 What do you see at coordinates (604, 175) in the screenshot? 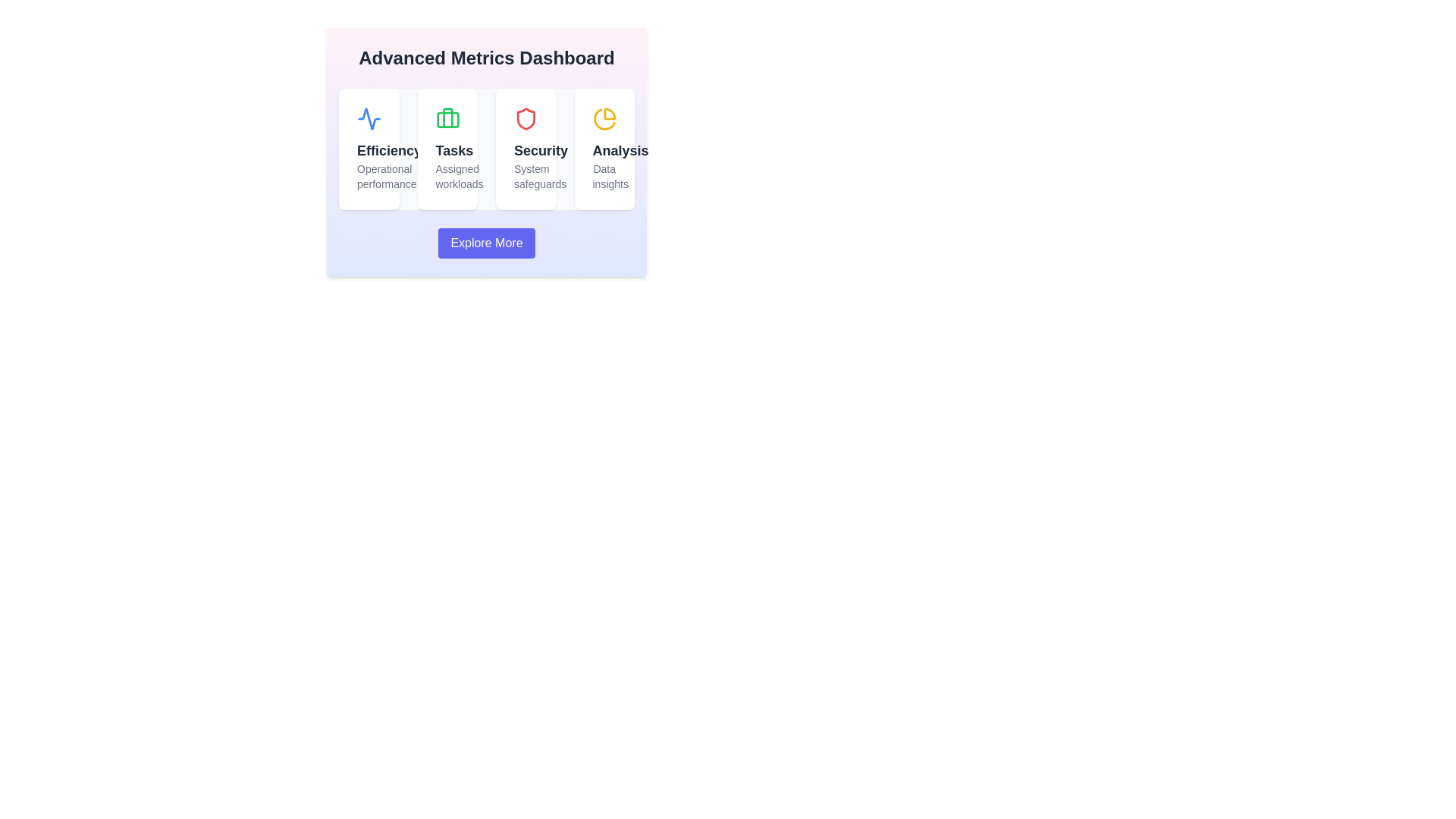
I see `content displayed in the text label located beneath the bold 'Analysis' title within the 'Analysis' card` at bounding box center [604, 175].